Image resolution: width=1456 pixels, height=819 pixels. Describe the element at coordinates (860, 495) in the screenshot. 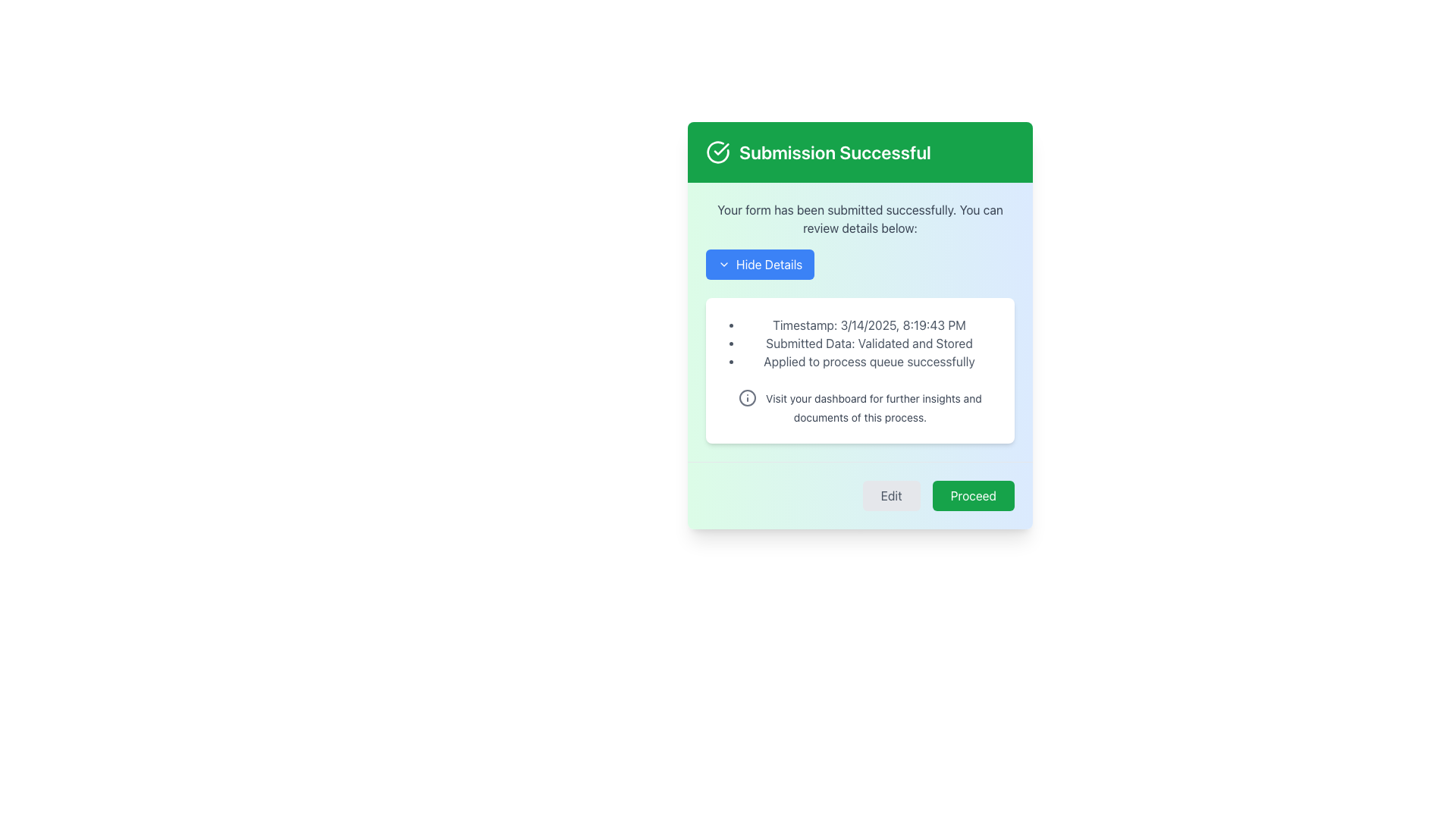

I see `the gray 'Edit' button located in the button group at the bottom of the submission confirmation panel to modify the submission` at that location.